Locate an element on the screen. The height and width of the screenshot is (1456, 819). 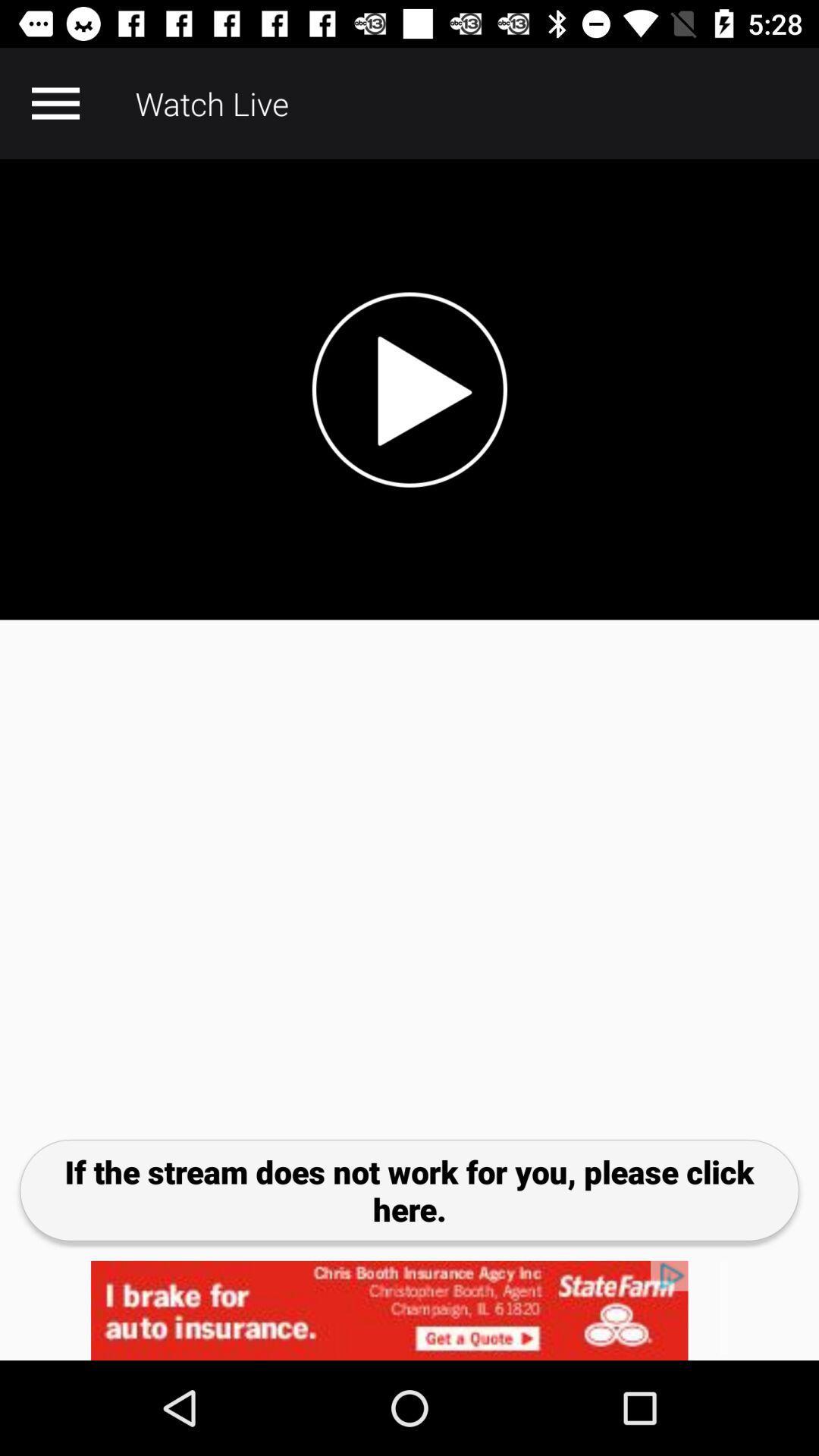
video tab is located at coordinates (409, 389).